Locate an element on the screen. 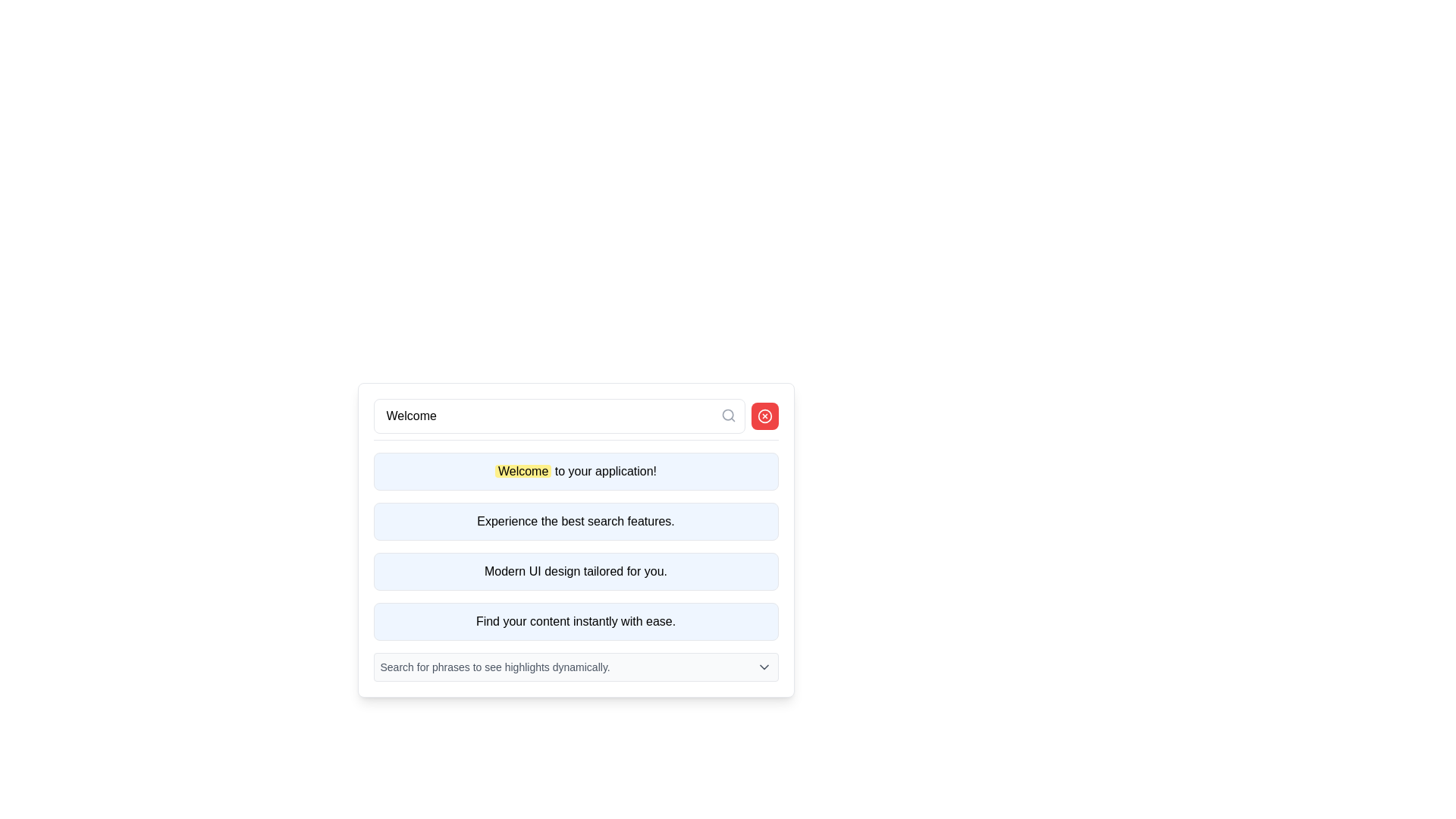  the small circular red icon with an 'X' symbol inside, located on the top right corner of the visible search bar is located at coordinates (764, 416).